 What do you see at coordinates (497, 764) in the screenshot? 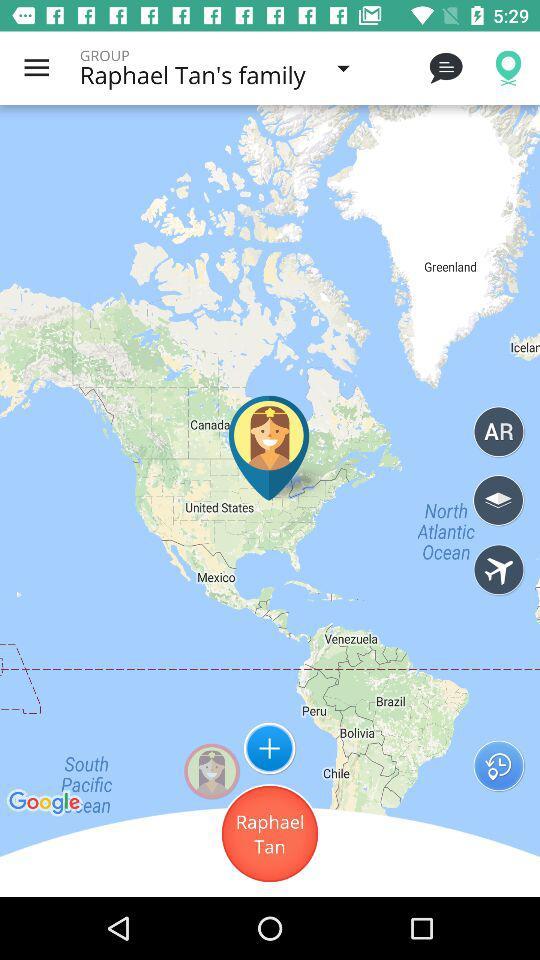
I see `the icon next to raphael tan` at bounding box center [497, 764].